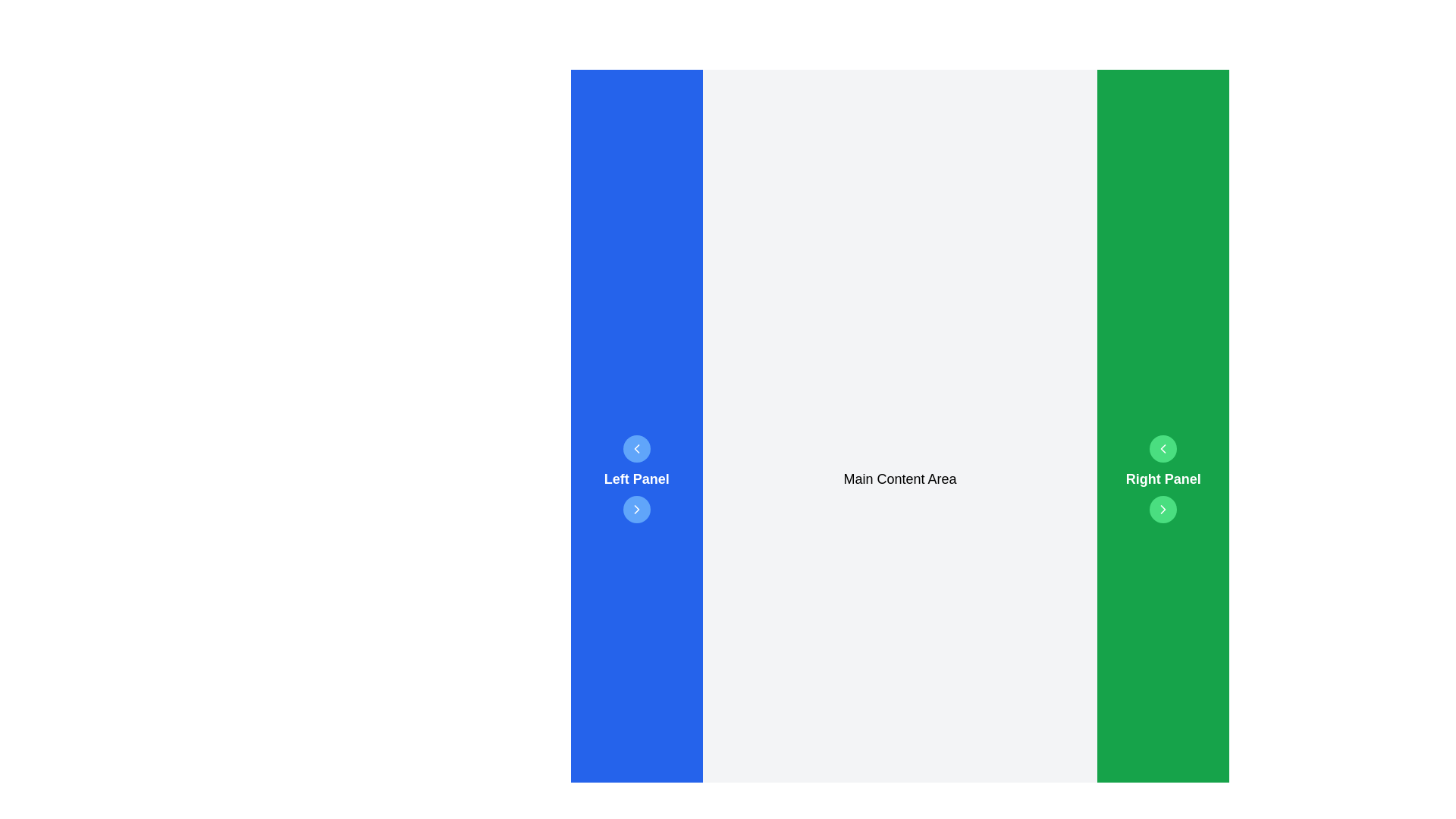 The width and height of the screenshot is (1456, 819). I want to click on the navigation button with a rightward chevron located in the left-side panel, beneath the leftward-pointing chevron button, so click(636, 509).